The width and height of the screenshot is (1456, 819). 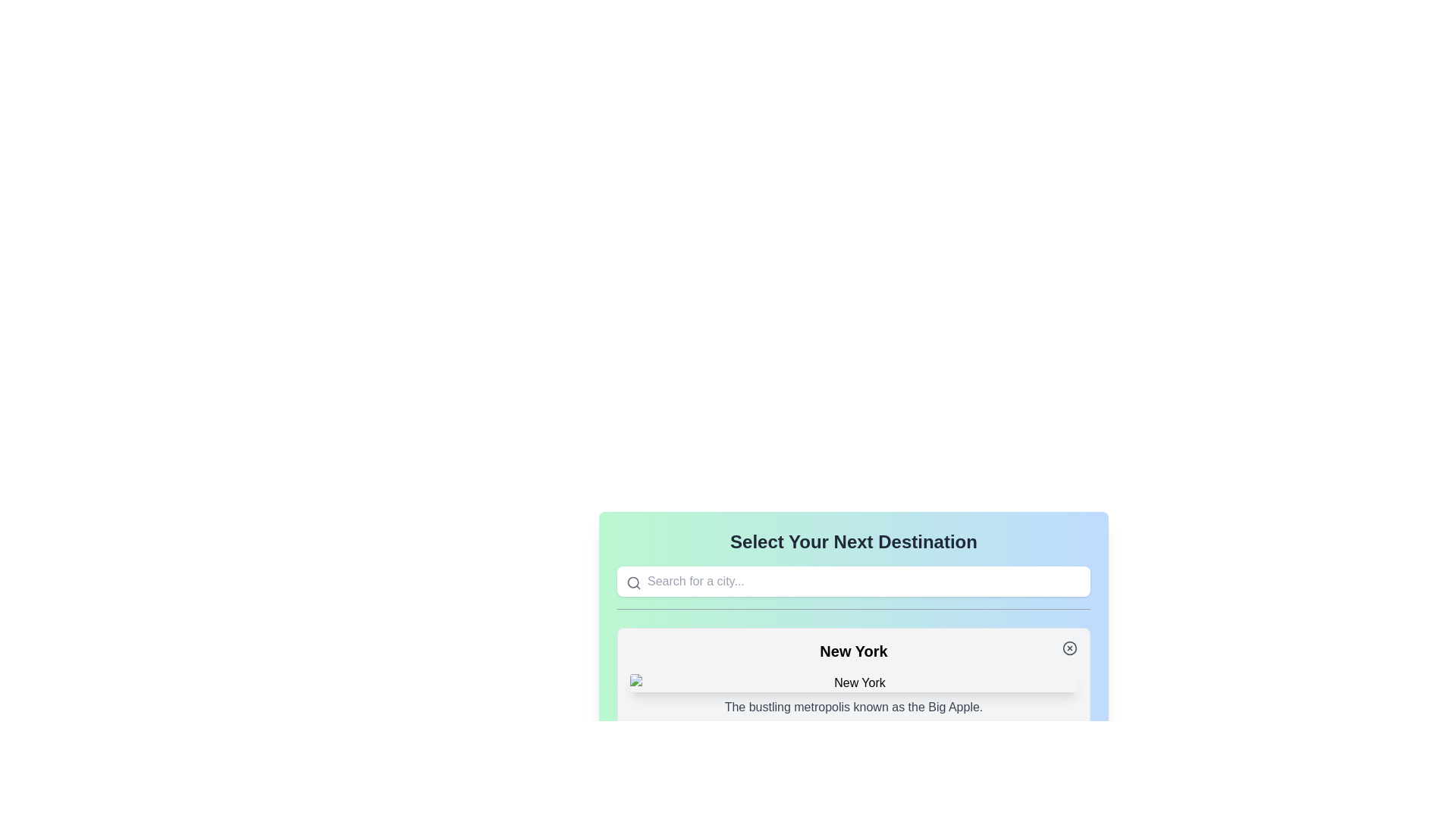 I want to click on the small, circular 'close' icon button in the top-right corner of the content box to observe its hover effect, so click(x=1069, y=648).